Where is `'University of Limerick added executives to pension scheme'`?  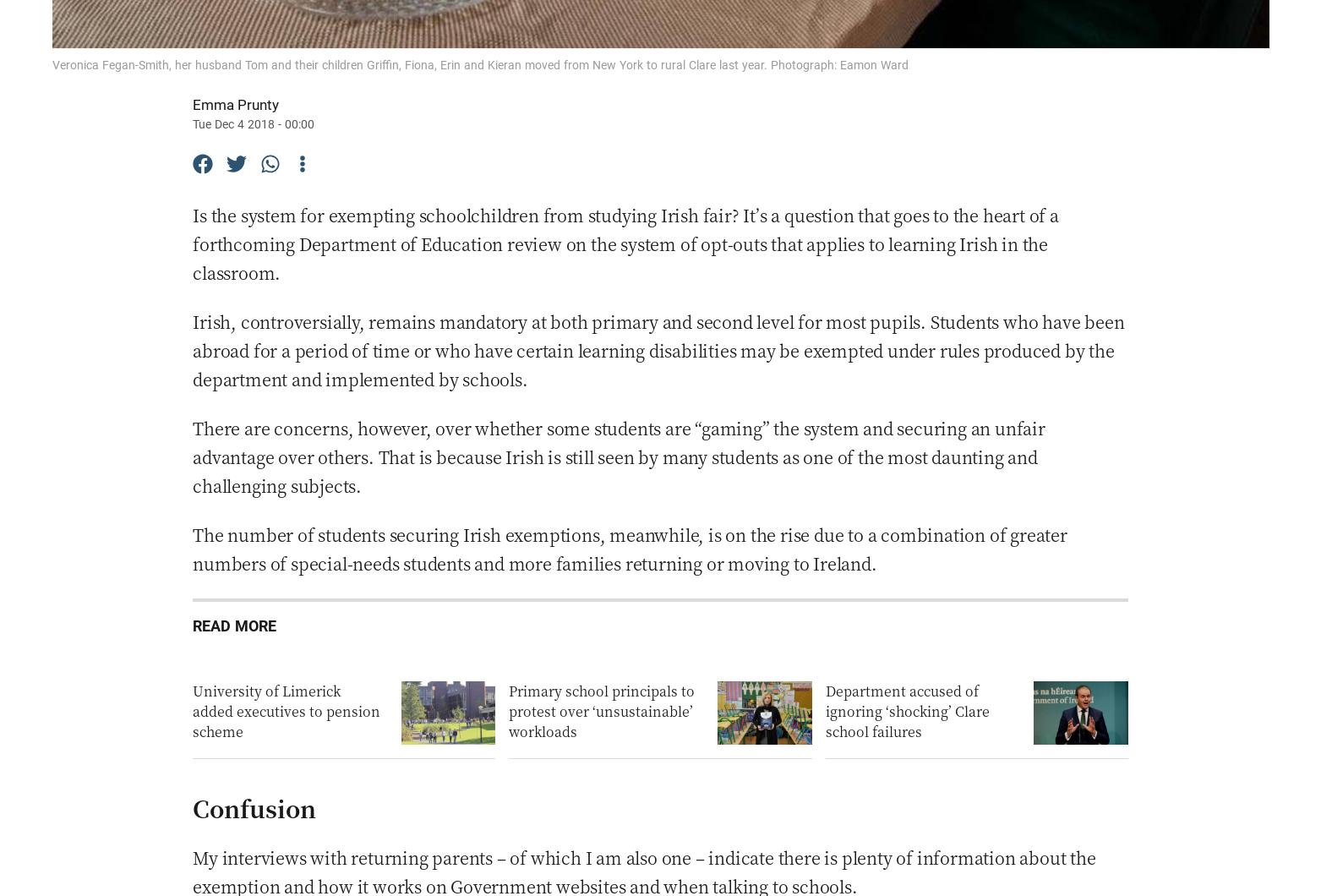
'University of Limerick added executives to pension scheme' is located at coordinates (287, 711).